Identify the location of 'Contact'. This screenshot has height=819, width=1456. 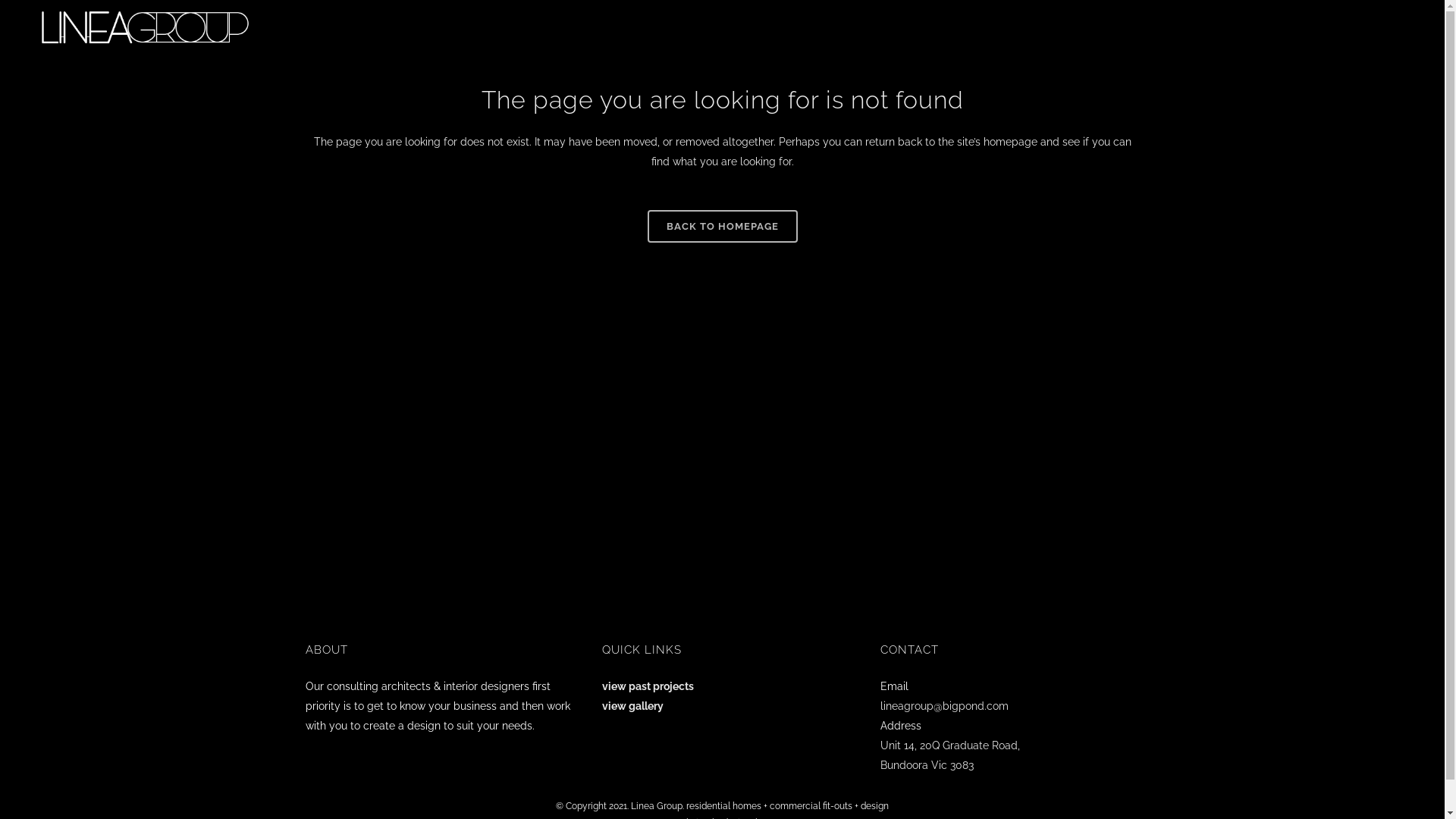
(1376, 26).